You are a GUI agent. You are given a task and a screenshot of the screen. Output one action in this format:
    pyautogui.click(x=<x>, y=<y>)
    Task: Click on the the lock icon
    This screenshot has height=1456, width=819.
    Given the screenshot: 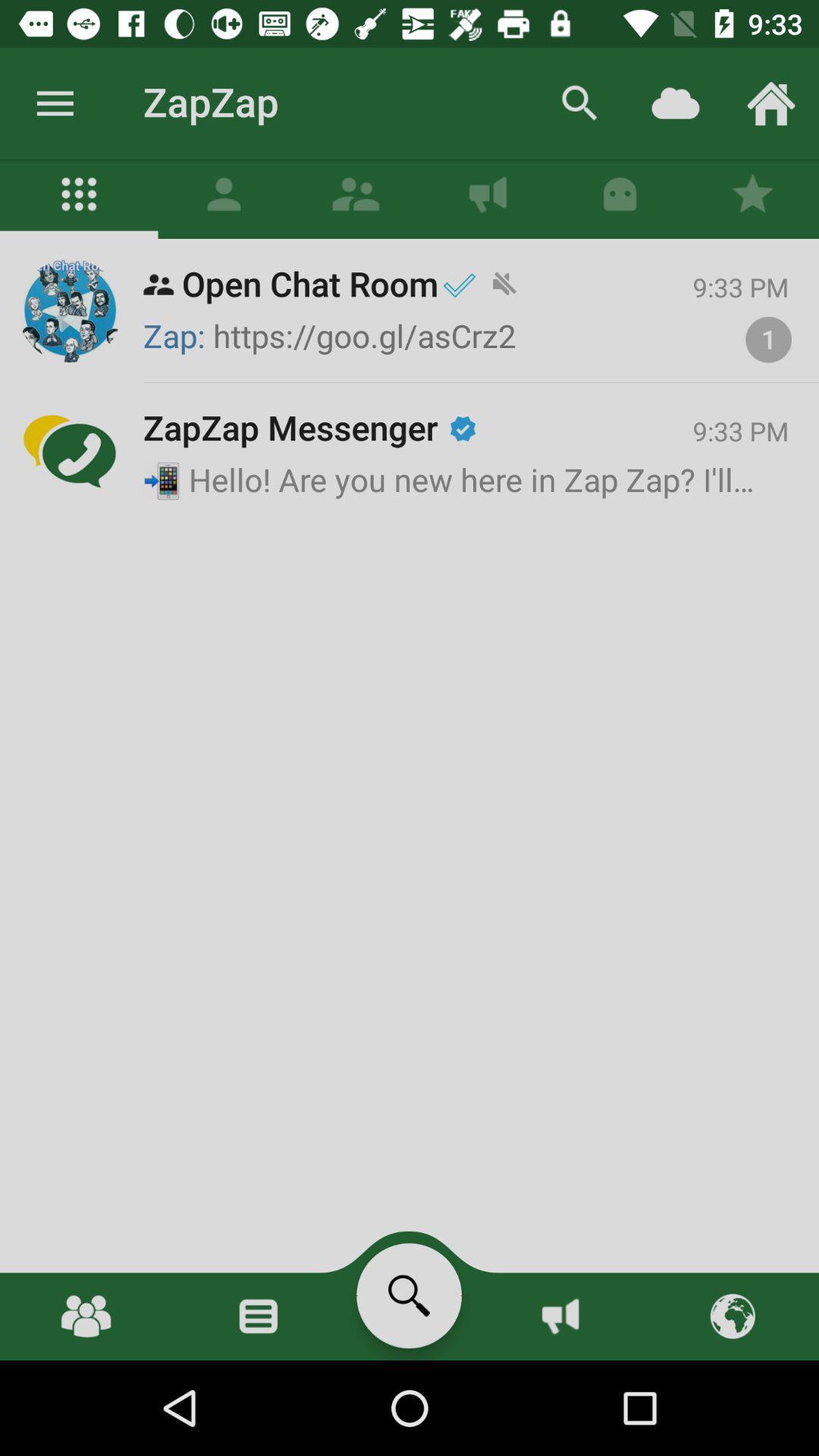 What is the action you would take?
    pyautogui.click(x=620, y=198)
    